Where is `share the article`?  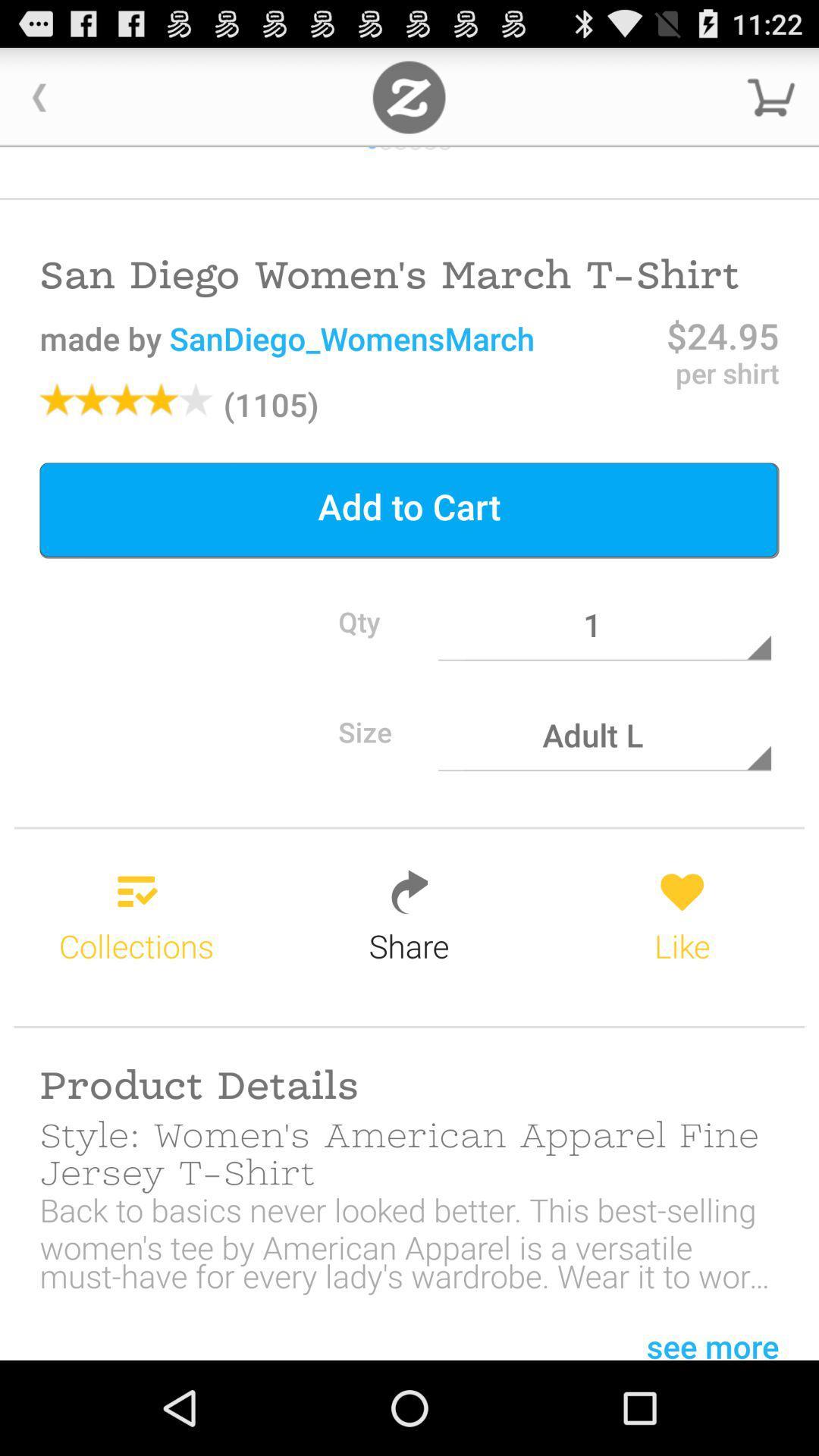 share the article is located at coordinates (408, 96).